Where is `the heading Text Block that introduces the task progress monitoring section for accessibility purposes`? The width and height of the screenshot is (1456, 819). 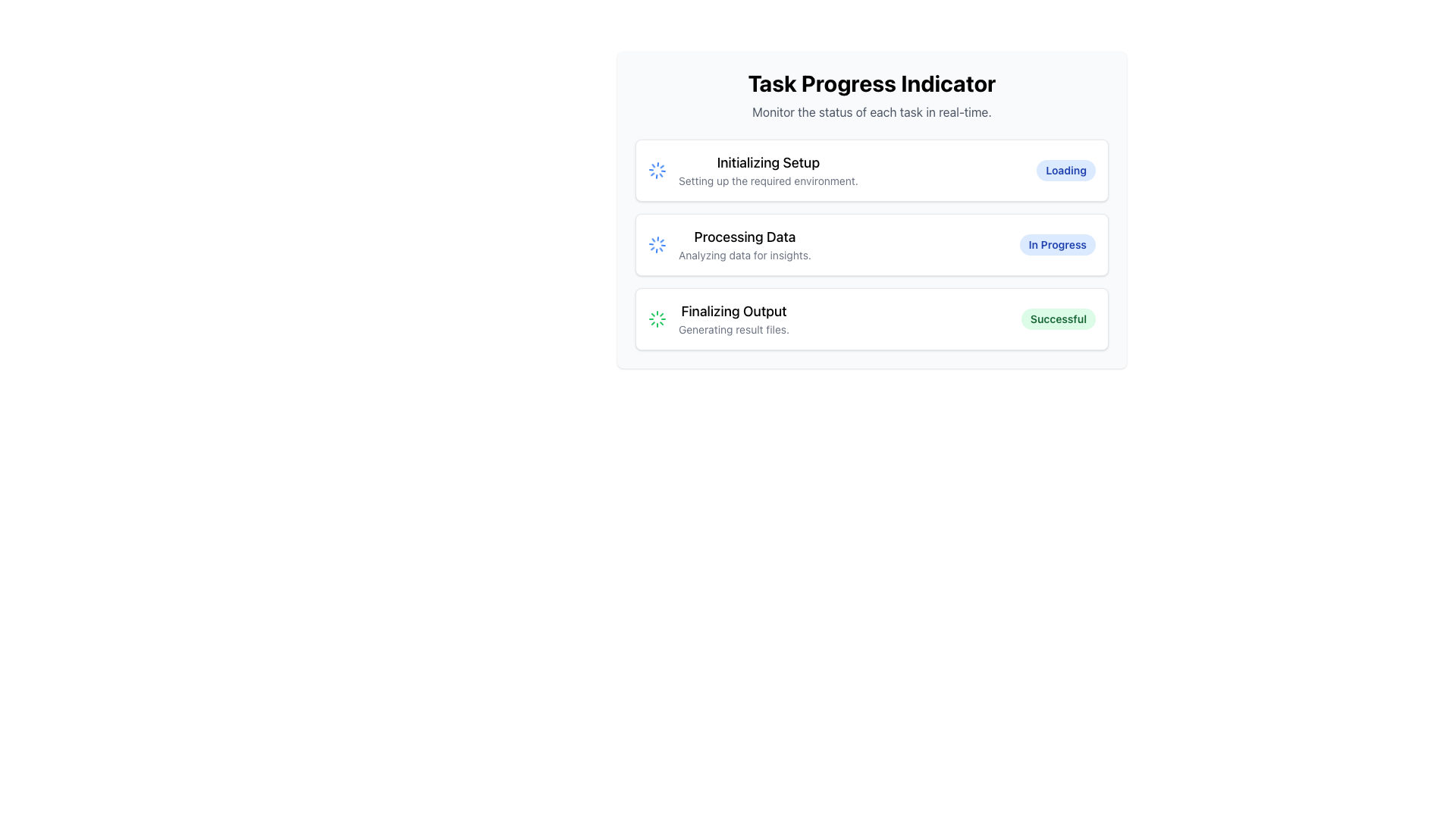
the heading Text Block that introduces the task progress monitoring section for accessibility purposes is located at coordinates (872, 96).